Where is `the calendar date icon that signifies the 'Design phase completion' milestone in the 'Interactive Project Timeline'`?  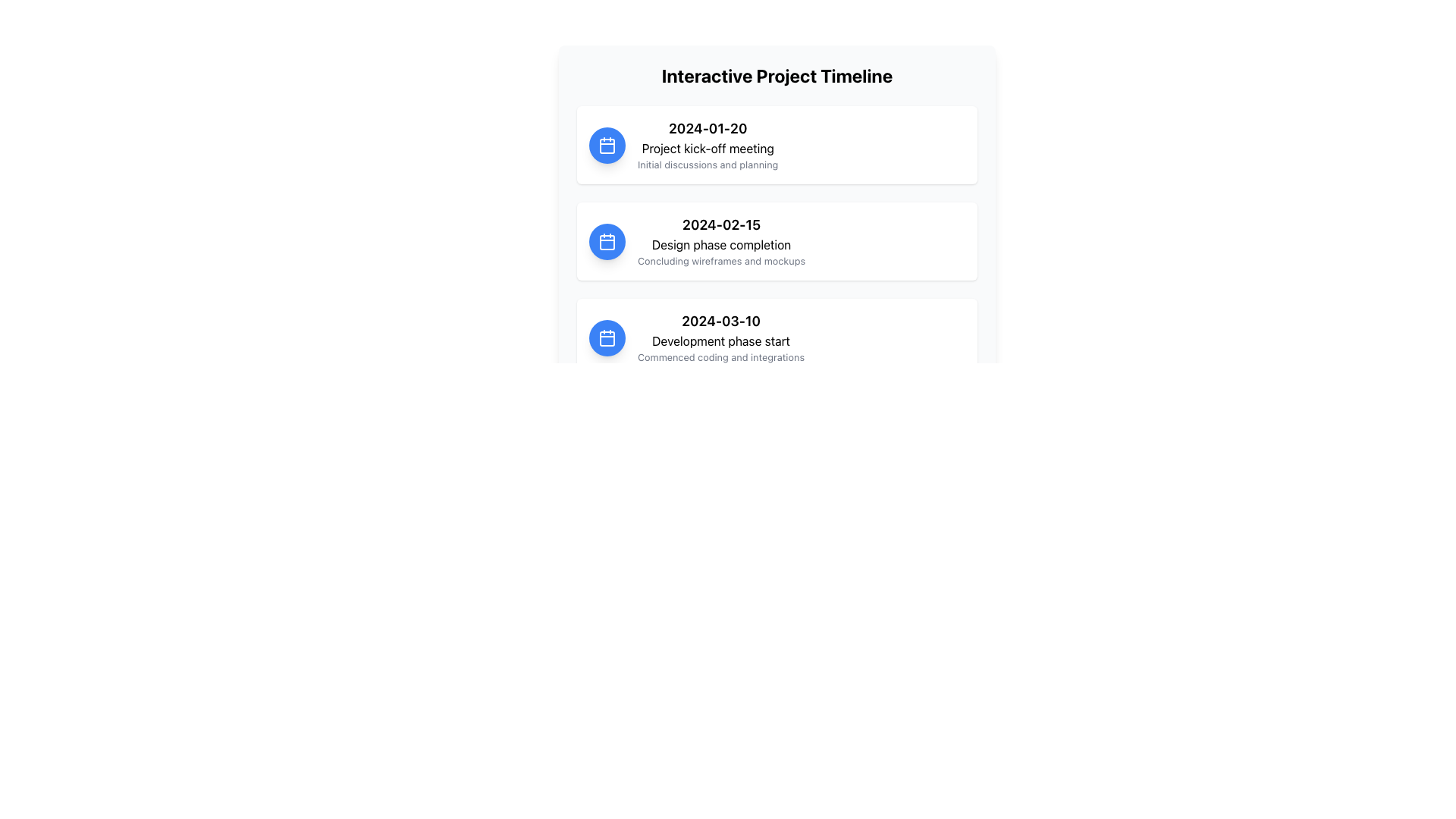 the calendar date icon that signifies the 'Design phase completion' milestone in the 'Interactive Project Timeline' is located at coordinates (607, 240).